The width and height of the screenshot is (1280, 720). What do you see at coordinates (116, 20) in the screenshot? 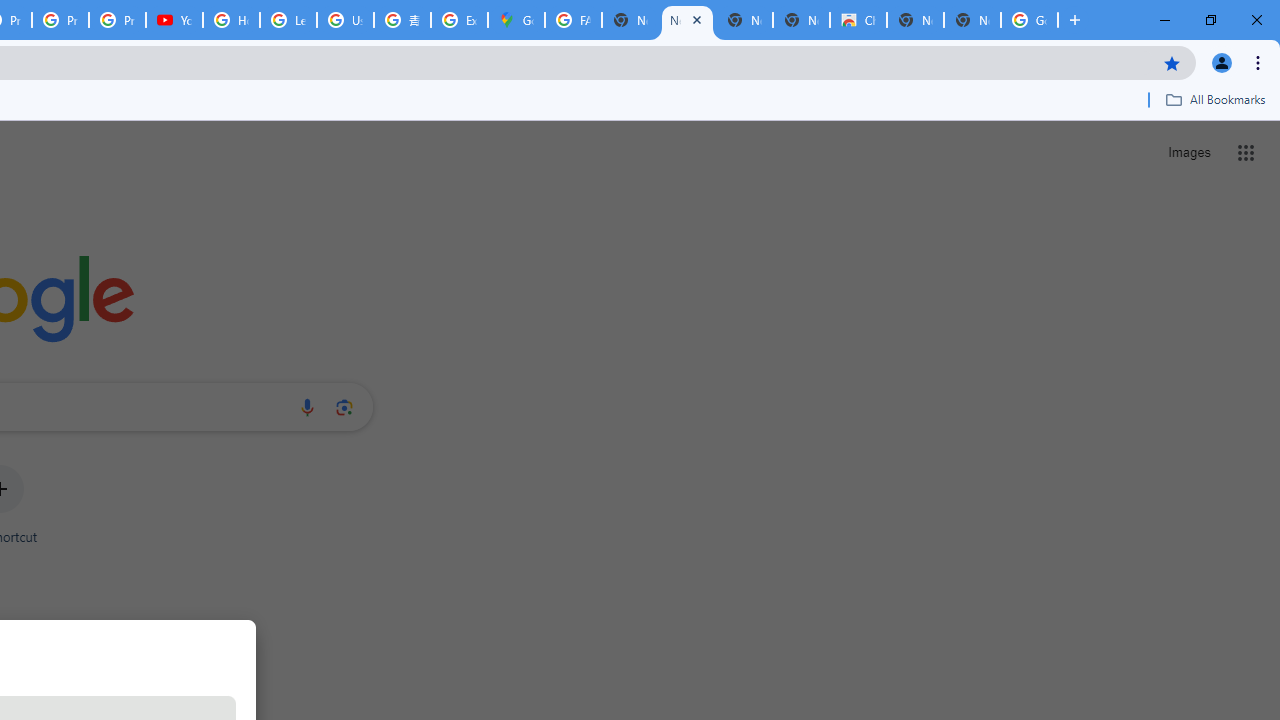
I see `'Privacy Checkup'` at bounding box center [116, 20].